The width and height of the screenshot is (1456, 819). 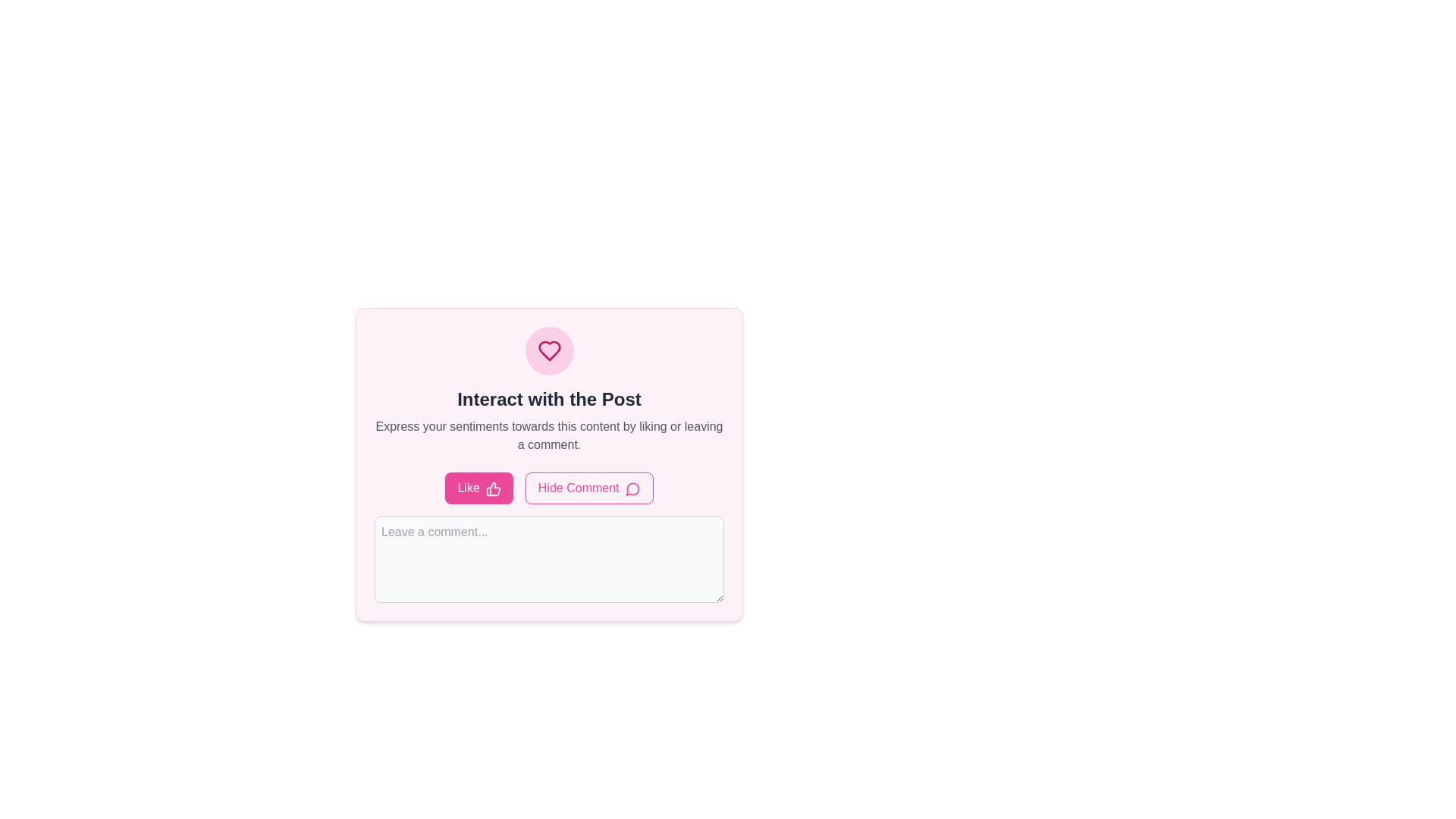 What do you see at coordinates (548, 399) in the screenshot?
I see `the text label displaying 'Interact with the Post', which is in a large, bold font and dark gray color, located below a pink heart icon` at bounding box center [548, 399].